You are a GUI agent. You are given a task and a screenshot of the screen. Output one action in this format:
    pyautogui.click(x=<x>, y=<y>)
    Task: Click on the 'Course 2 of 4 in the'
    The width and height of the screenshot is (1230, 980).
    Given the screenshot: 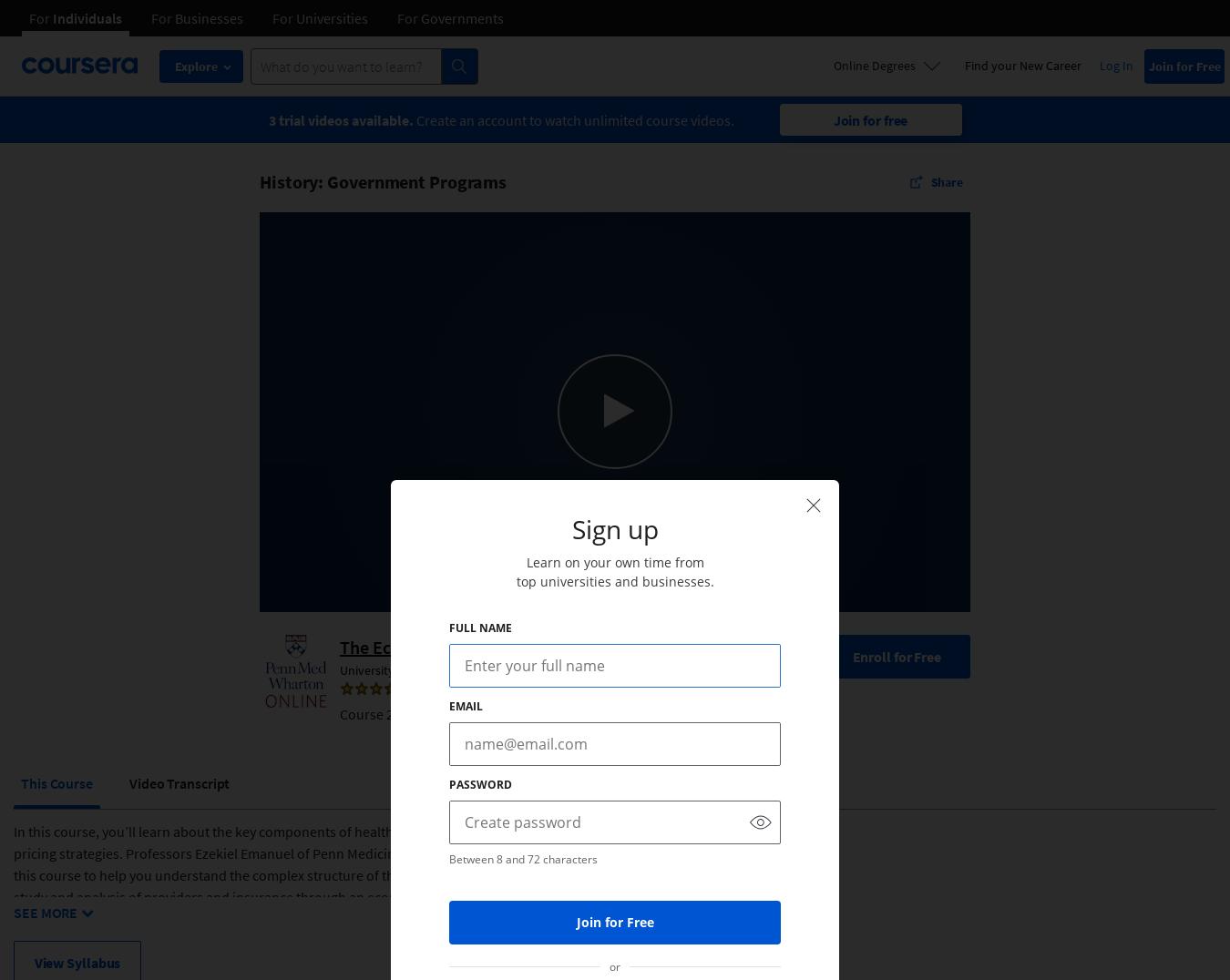 What is the action you would take?
    pyautogui.click(x=399, y=713)
    